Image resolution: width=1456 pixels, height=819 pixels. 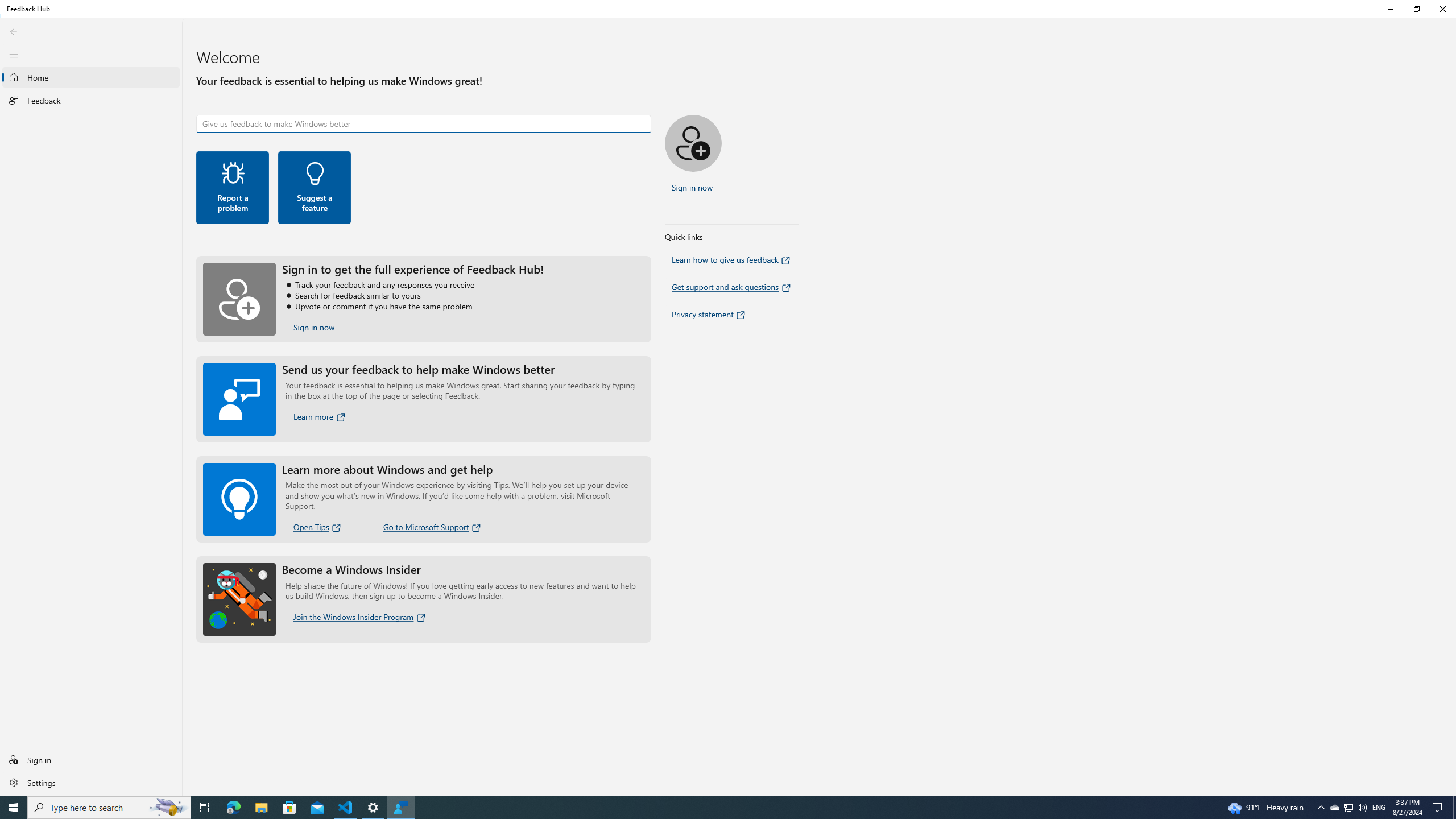 What do you see at coordinates (320, 416) in the screenshot?
I see `'Learn more about providing feedback.'` at bounding box center [320, 416].